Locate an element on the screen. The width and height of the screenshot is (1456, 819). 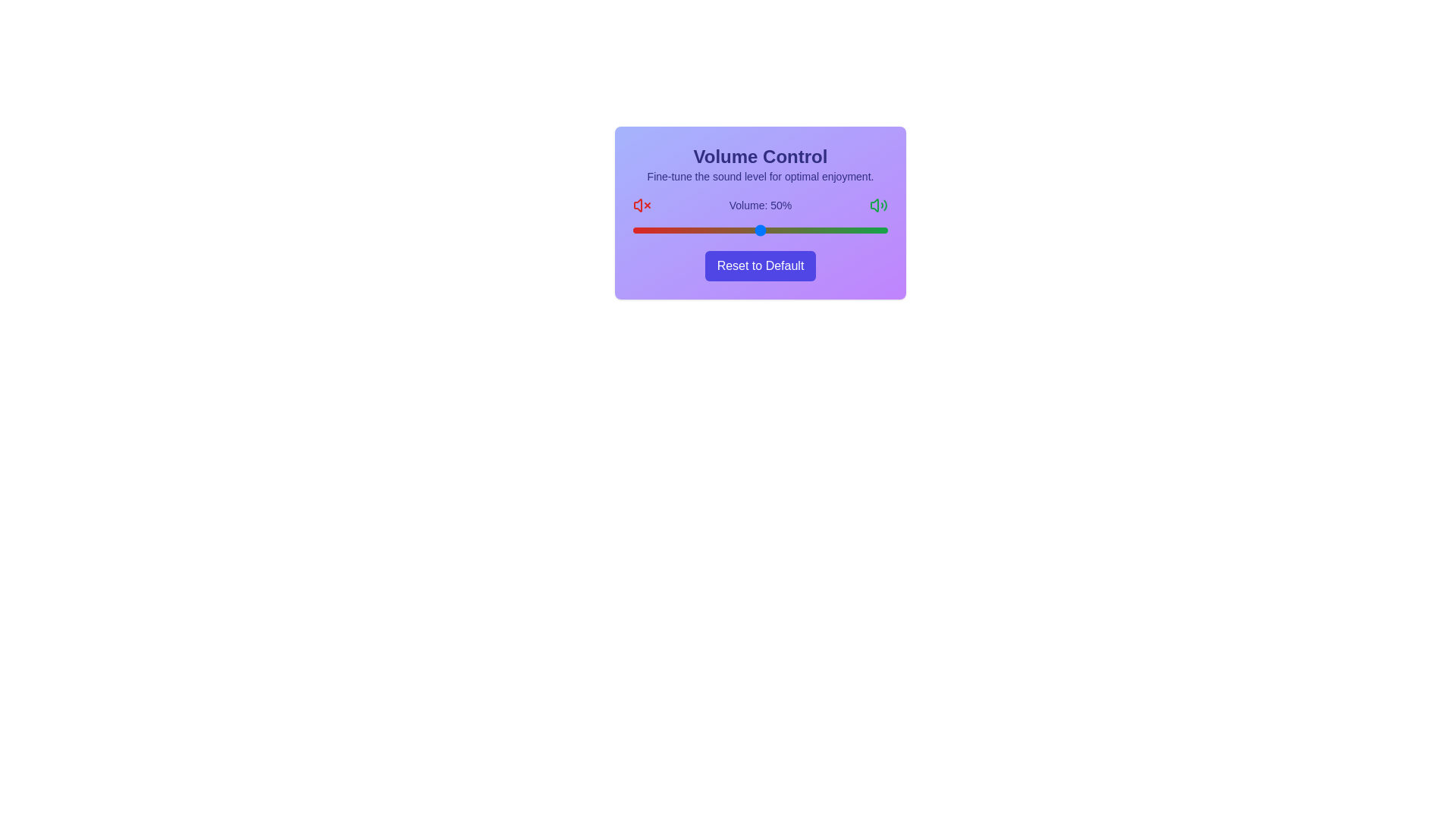
the volume slider to set the volume to 20% is located at coordinates (683, 231).